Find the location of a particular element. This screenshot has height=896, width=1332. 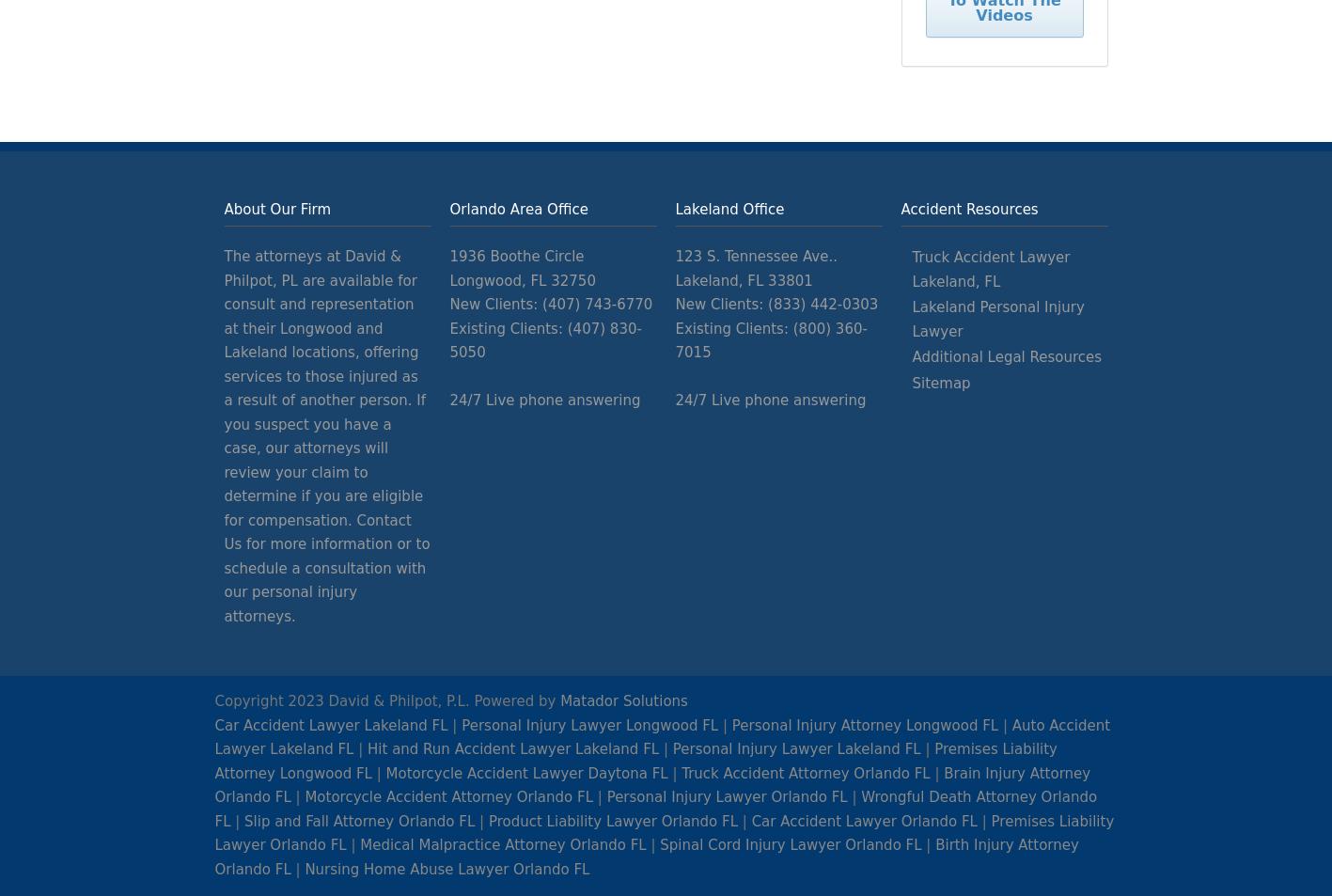

'Car Accident Lawyer Orlando FL' is located at coordinates (864, 821).